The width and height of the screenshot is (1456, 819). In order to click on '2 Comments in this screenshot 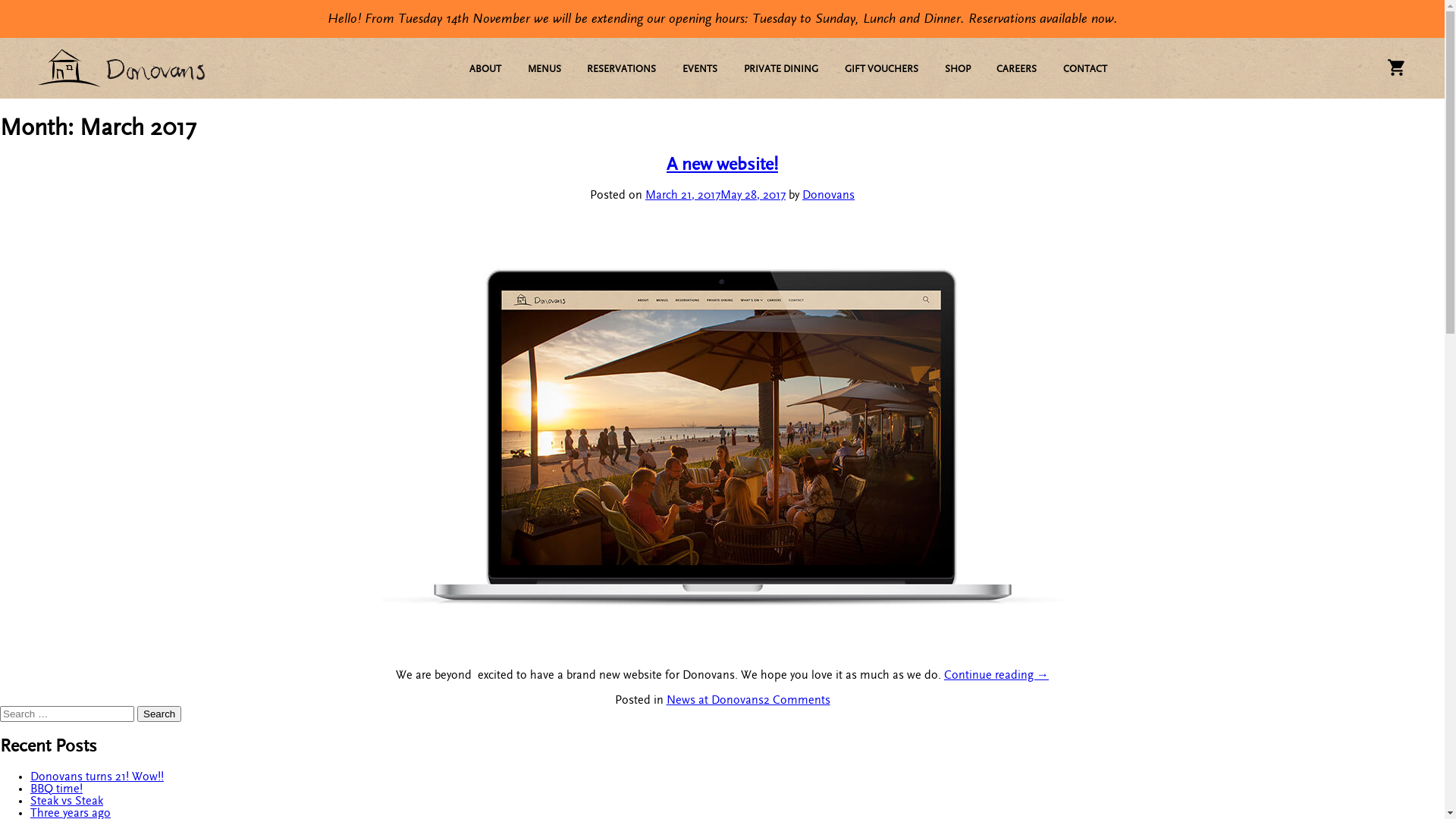, I will do `click(763, 699)`.